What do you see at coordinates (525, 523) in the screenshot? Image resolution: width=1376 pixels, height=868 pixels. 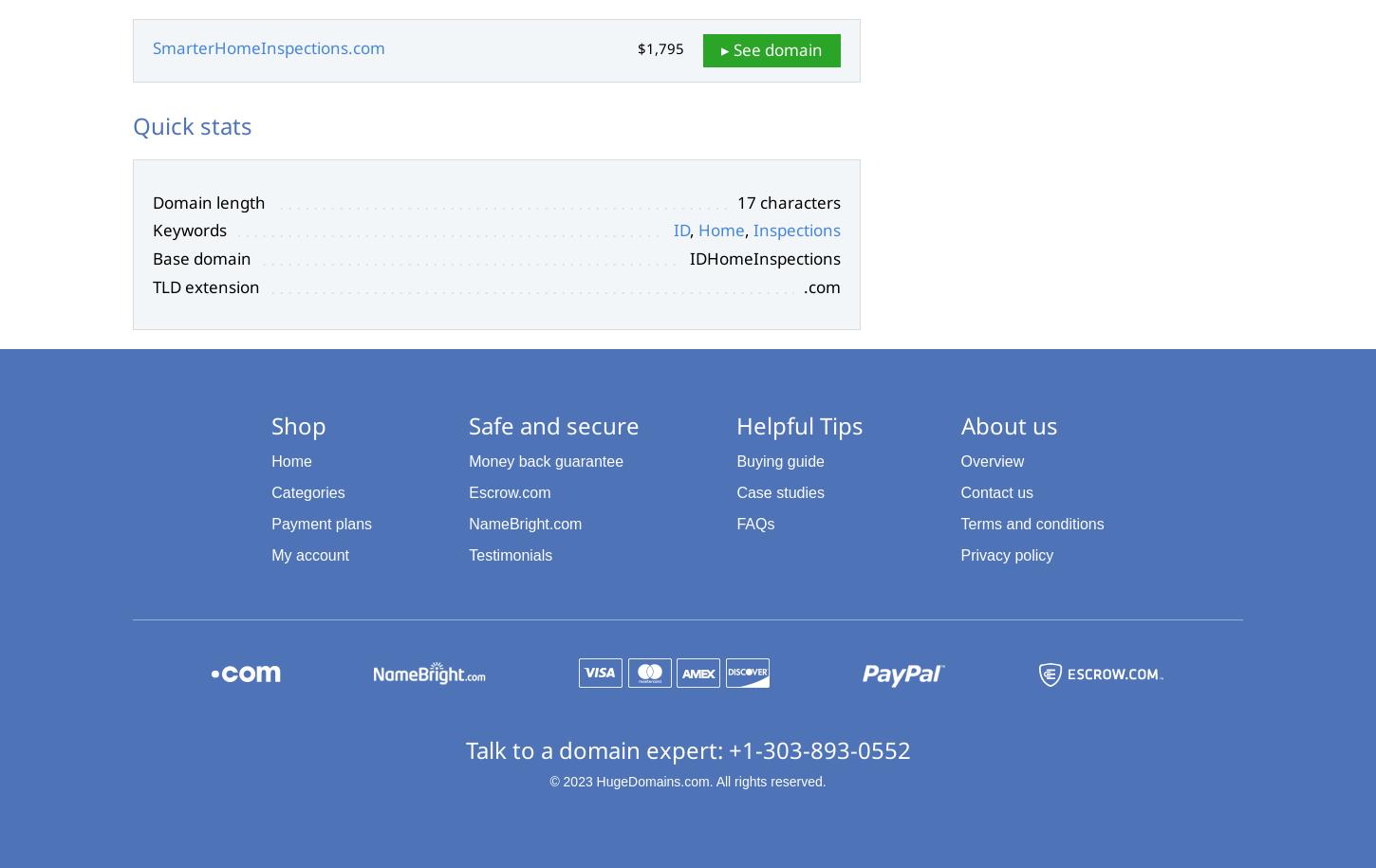 I see `'NameBright.com'` at bounding box center [525, 523].